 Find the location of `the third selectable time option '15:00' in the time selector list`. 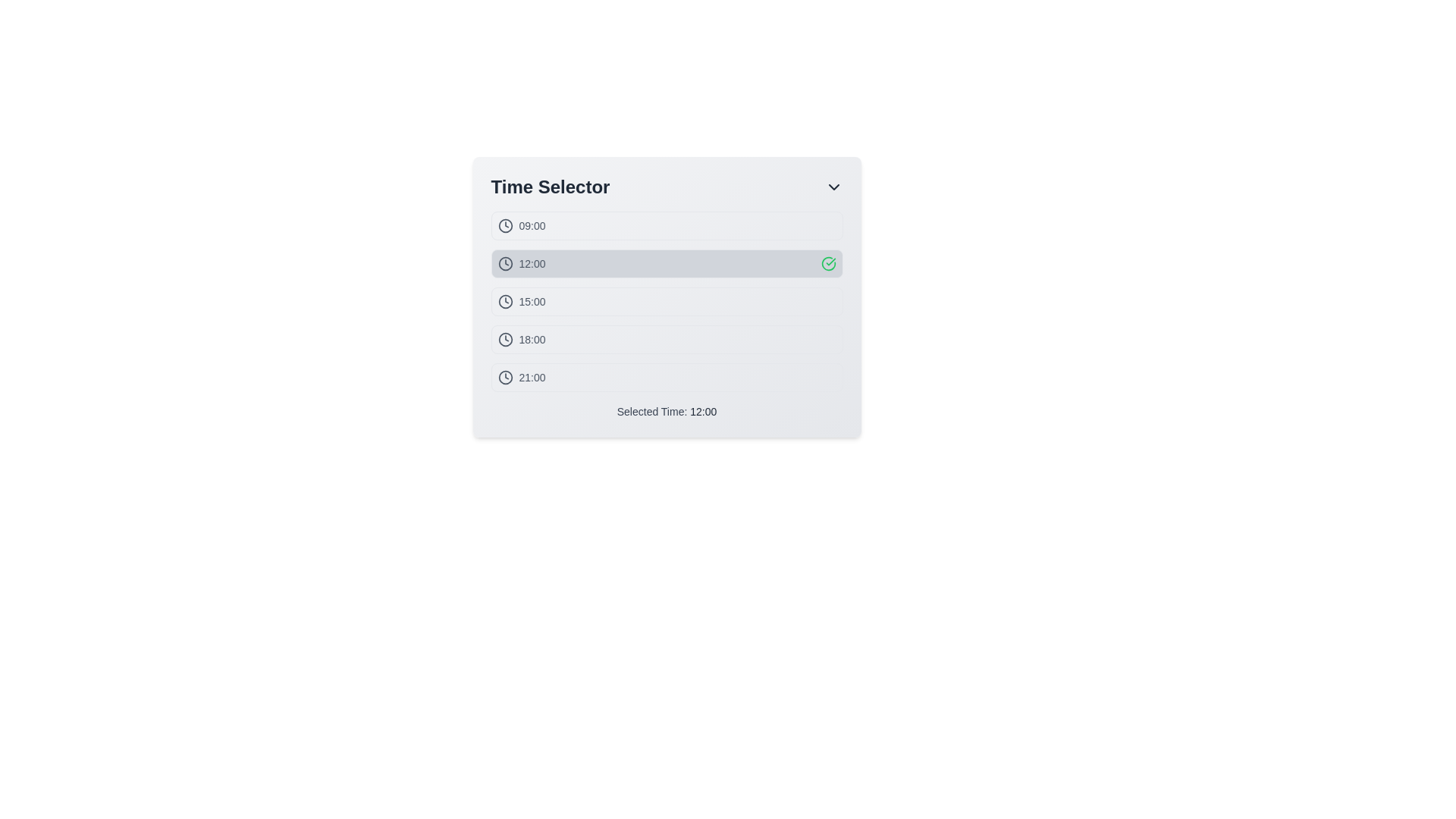

the third selectable time option '15:00' in the time selector list is located at coordinates (667, 301).